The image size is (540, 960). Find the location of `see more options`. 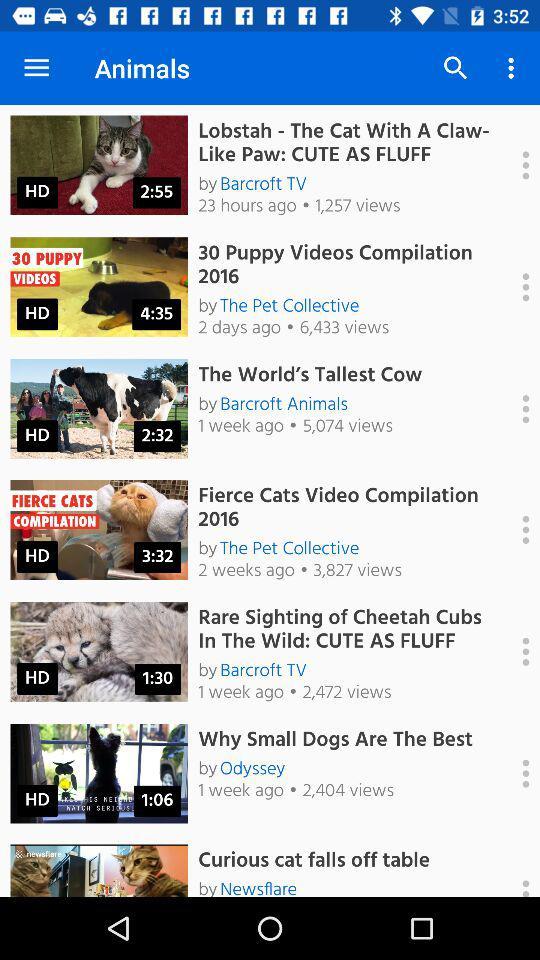

see more options is located at coordinates (515, 650).